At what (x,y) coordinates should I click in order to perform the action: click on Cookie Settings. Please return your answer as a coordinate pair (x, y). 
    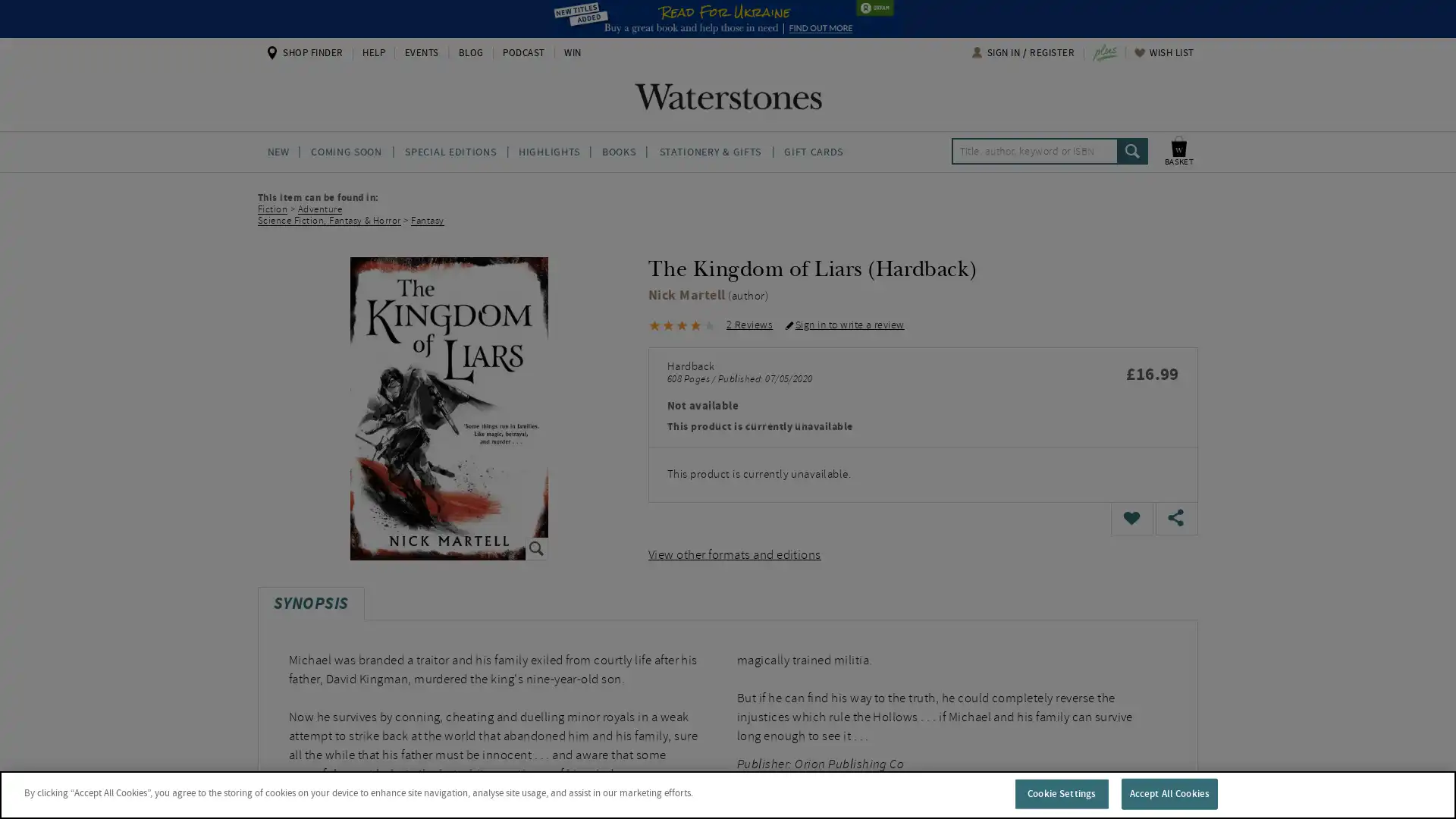
    Looking at the image, I should click on (1060, 792).